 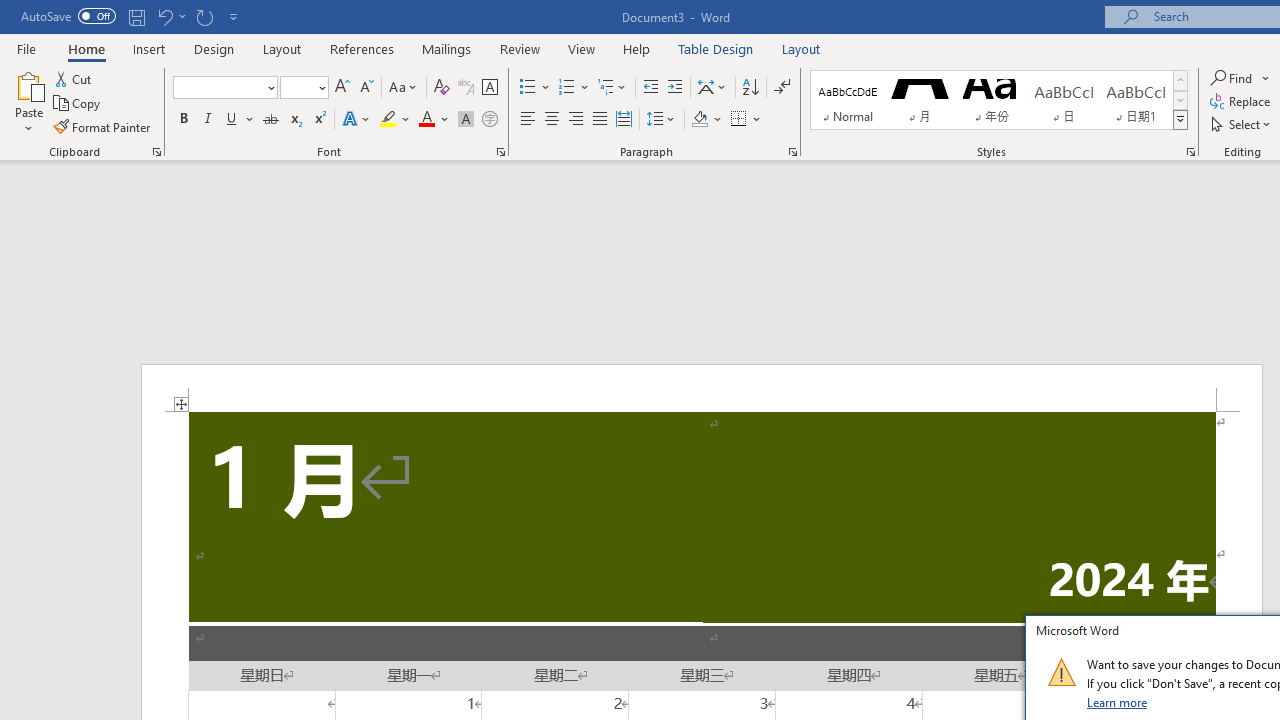 I want to click on 'Styles...', so click(x=1191, y=150).